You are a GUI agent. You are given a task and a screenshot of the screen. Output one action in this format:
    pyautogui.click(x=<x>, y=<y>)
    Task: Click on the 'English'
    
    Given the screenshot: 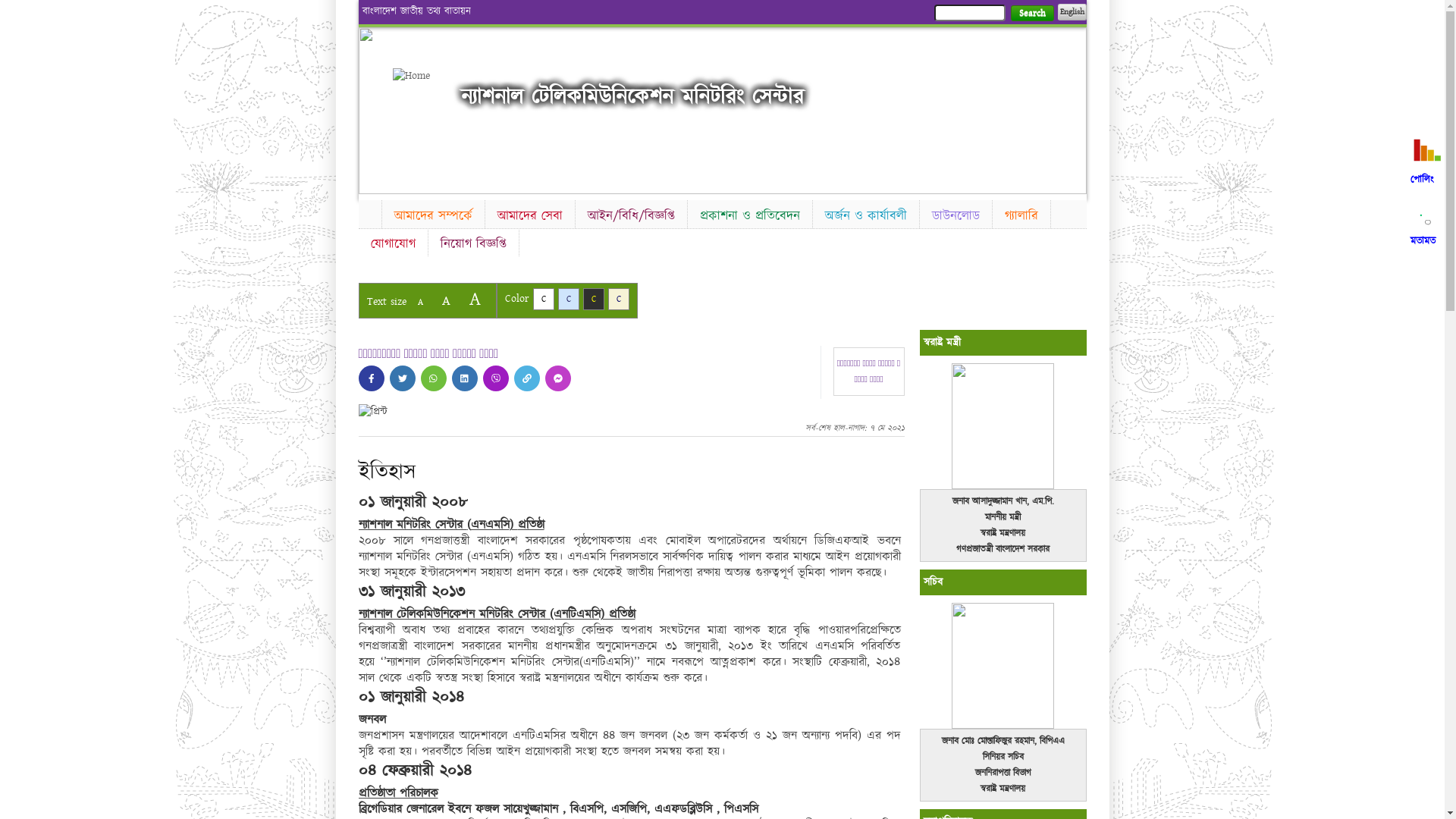 What is the action you would take?
    pyautogui.click(x=1070, y=11)
    